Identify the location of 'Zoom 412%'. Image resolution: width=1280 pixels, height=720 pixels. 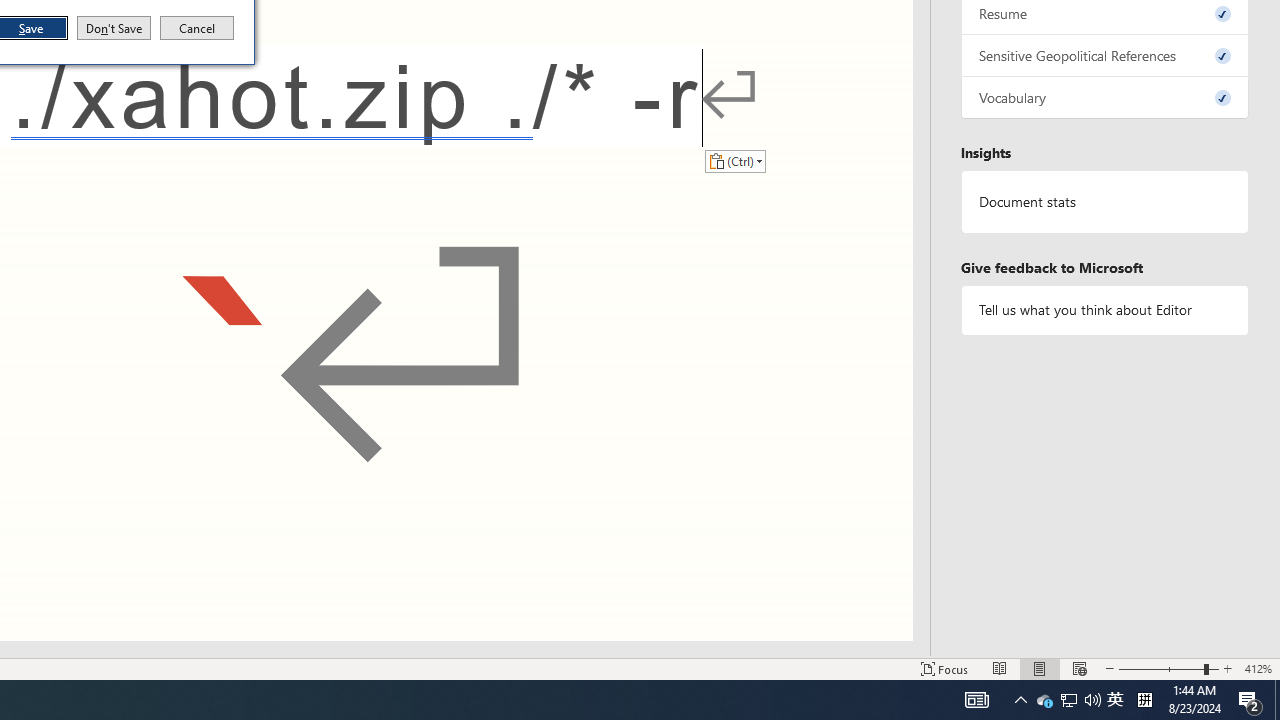
(1257, 669).